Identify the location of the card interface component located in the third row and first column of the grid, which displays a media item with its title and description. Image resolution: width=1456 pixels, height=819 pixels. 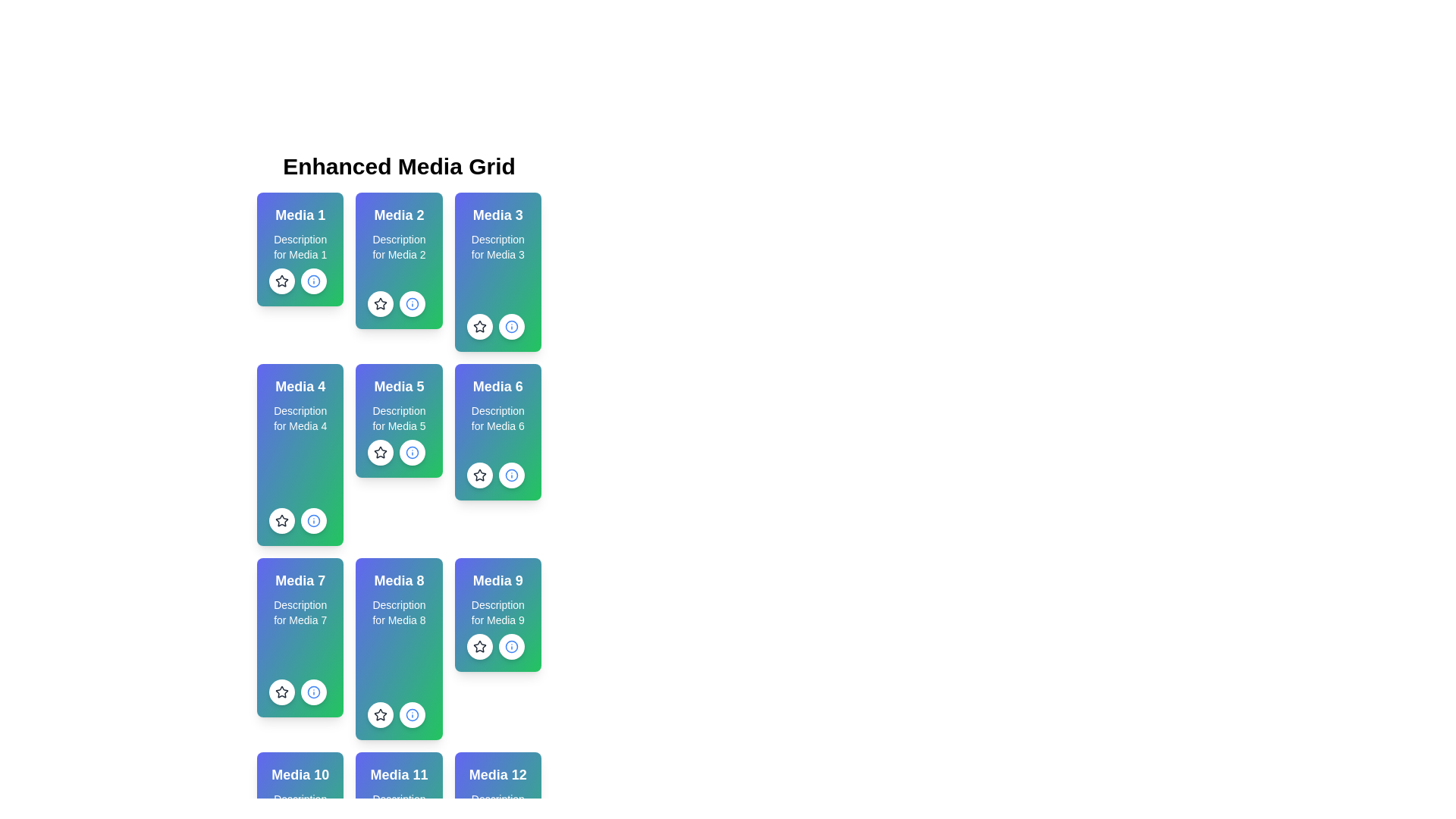
(300, 637).